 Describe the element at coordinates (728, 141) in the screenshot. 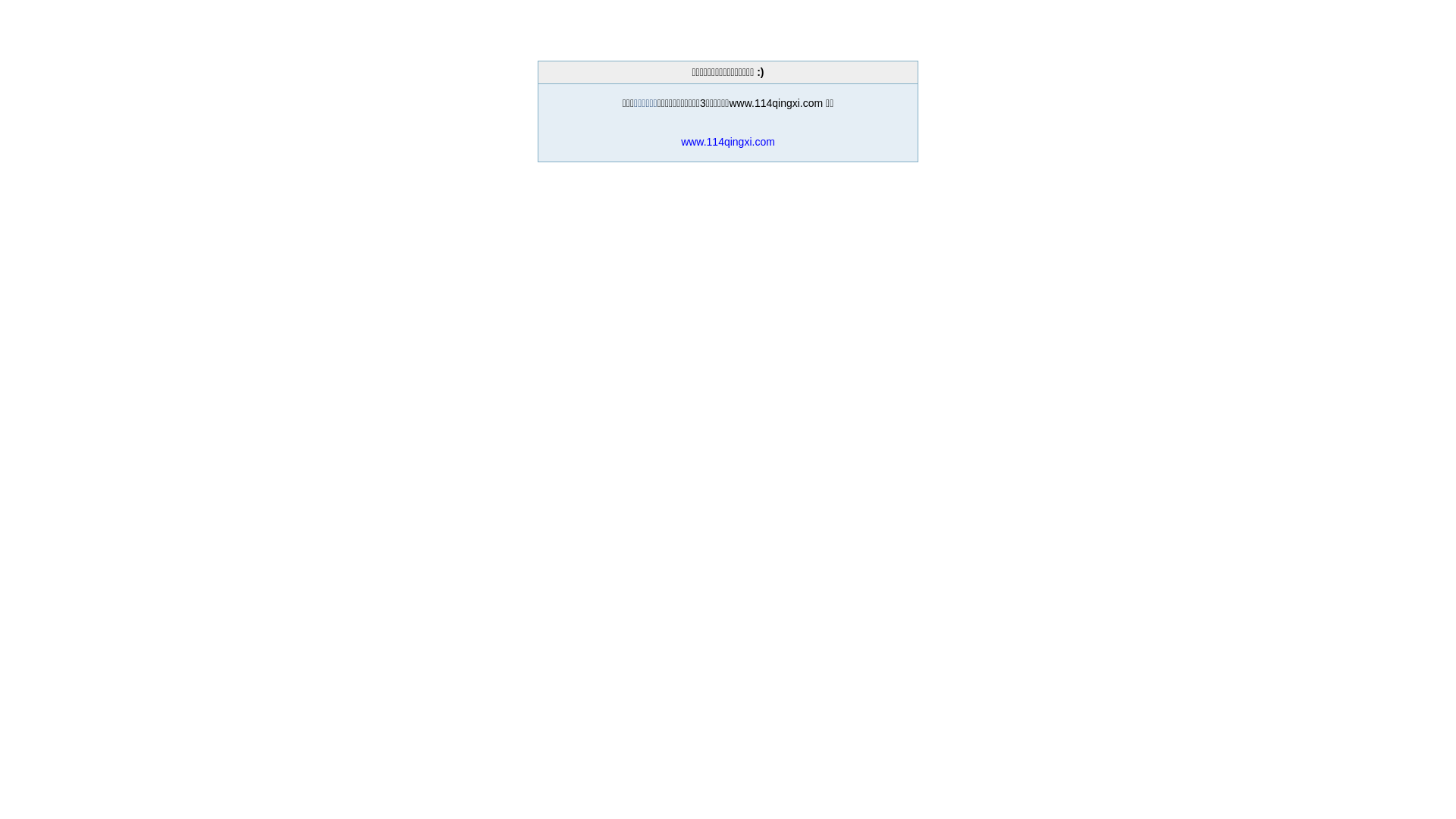

I see `'www.114qingxi.com'` at that location.